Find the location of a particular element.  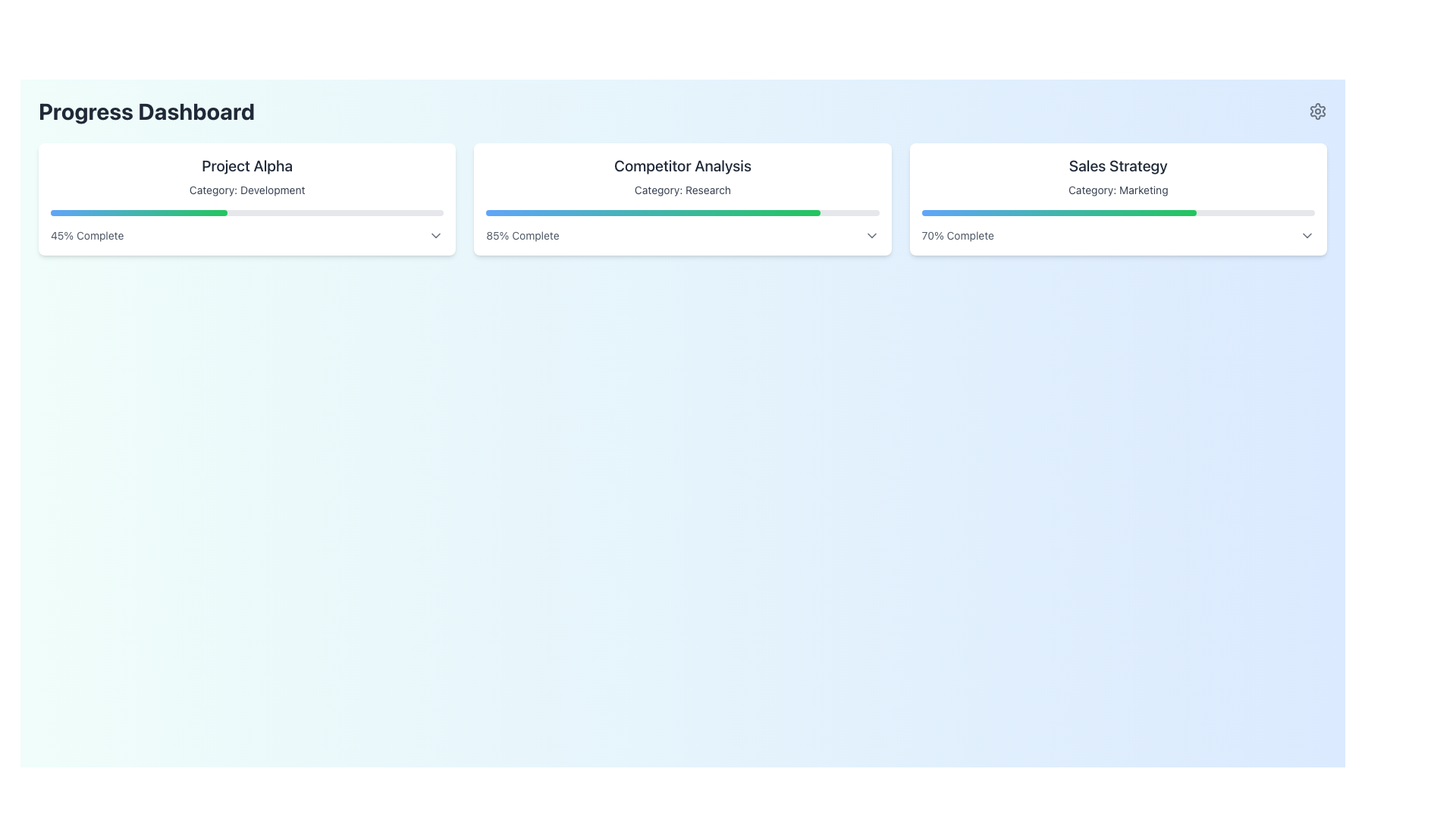

the Horizontal Progress Bar located in the 'Project Alpha' card, which shows a progress of 45% and is positioned above the text '45% Complete' is located at coordinates (247, 213).